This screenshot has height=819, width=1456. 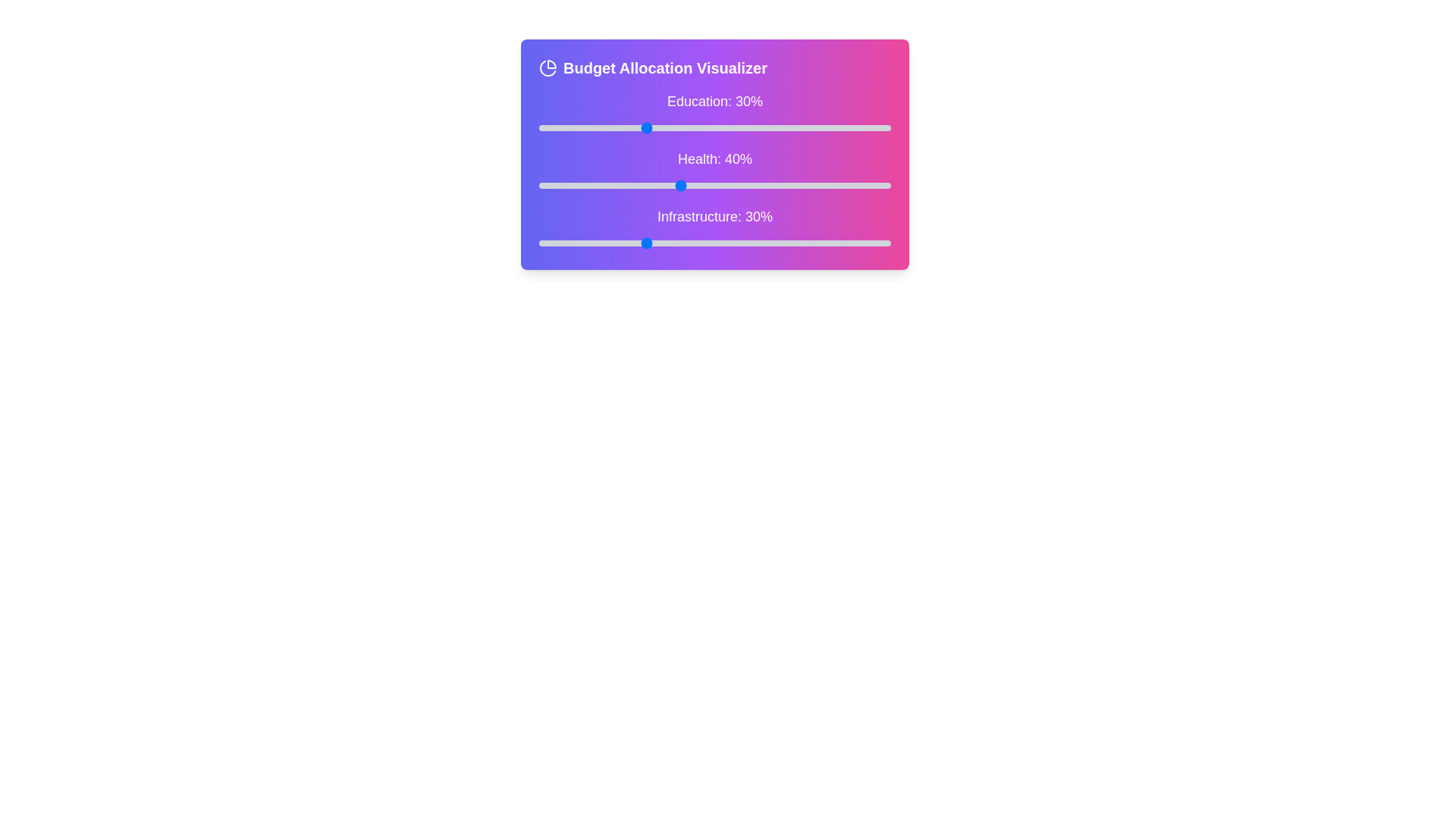 I want to click on the gray track of the Range slider labeled 'Infrastructure: 30%' to set its value, so click(x=714, y=242).